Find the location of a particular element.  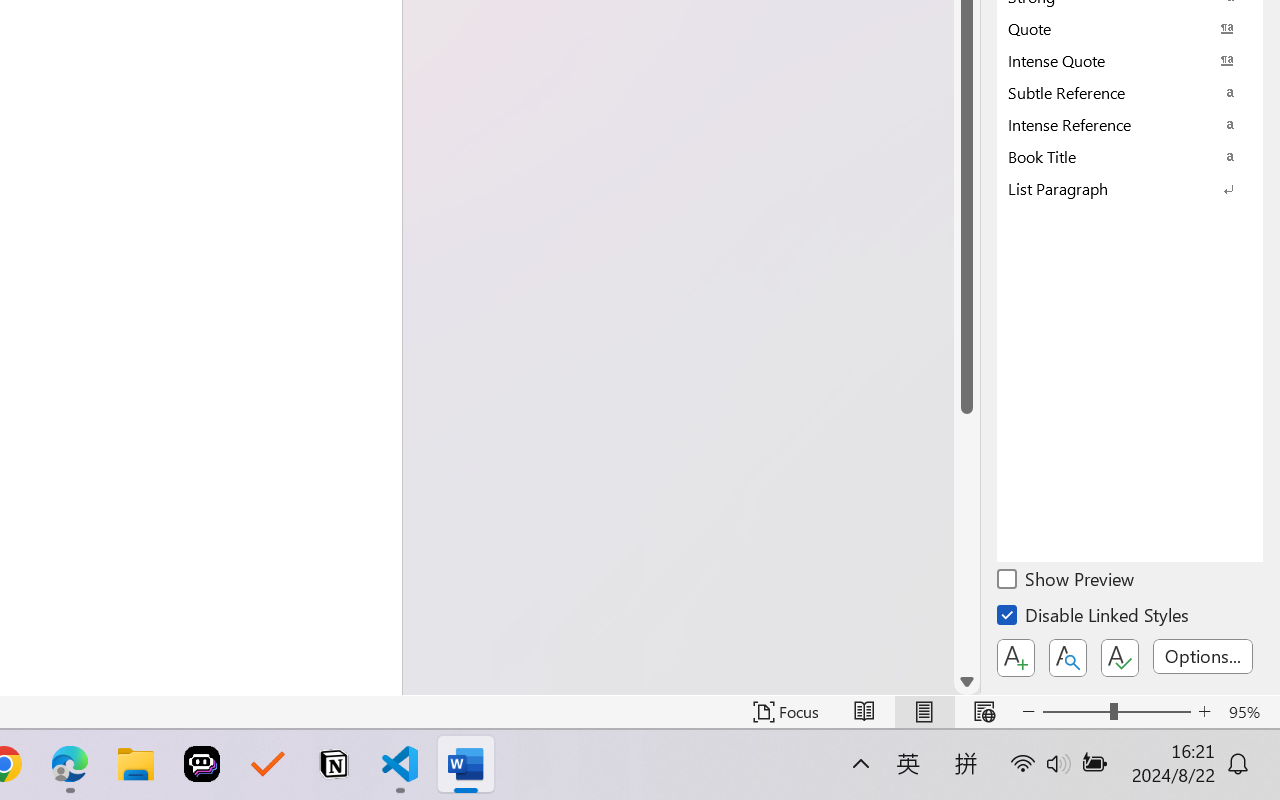

'List Paragraph' is located at coordinates (1130, 187).